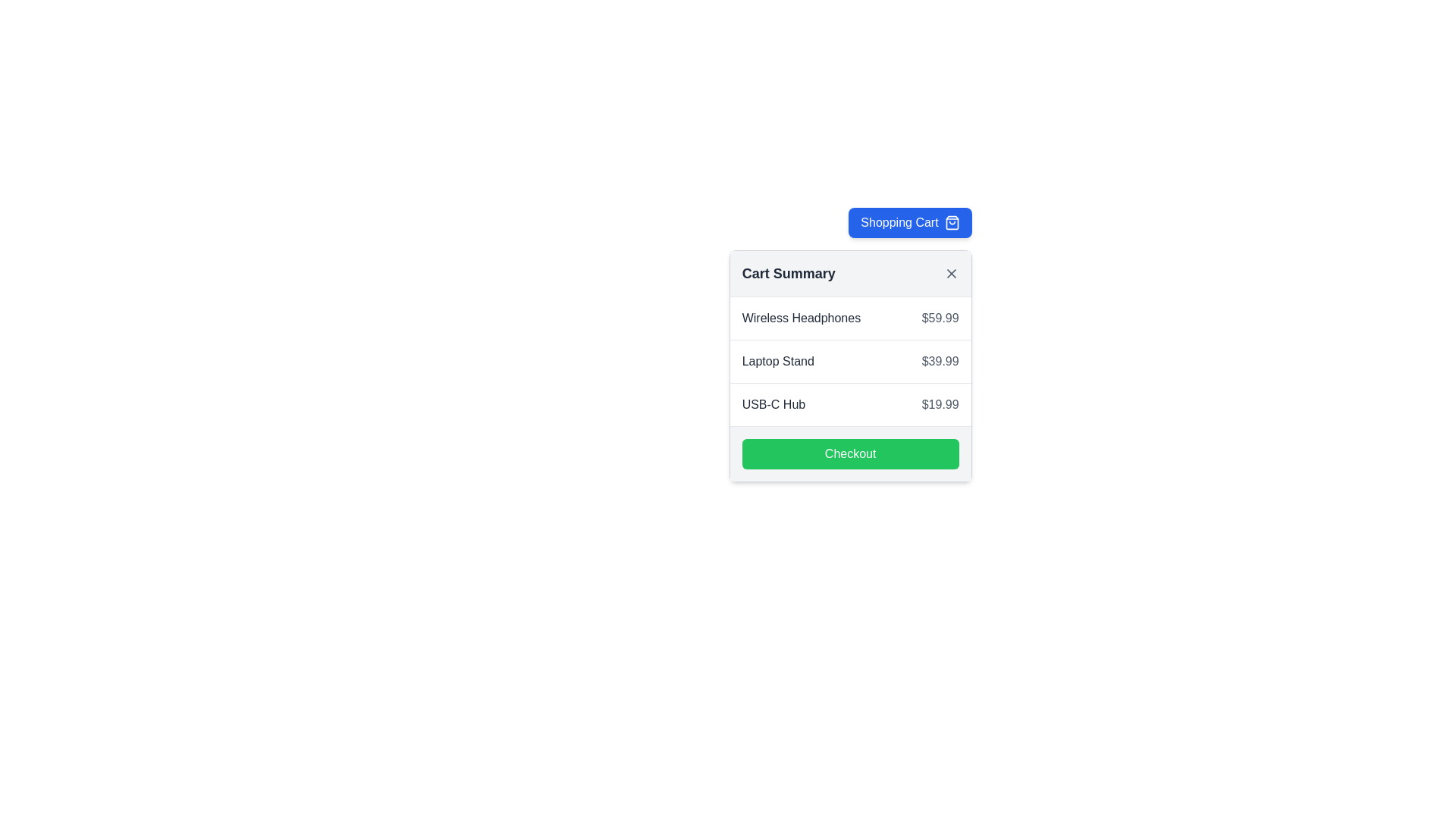 This screenshot has width=1456, height=819. What do you see at coordinates (850, 361) in the screenshot?
I see `the second list item in the Cart Summary section that displays the product 'Laptop Stand' and its price '$39.99'` at bounding box center [850, 361].